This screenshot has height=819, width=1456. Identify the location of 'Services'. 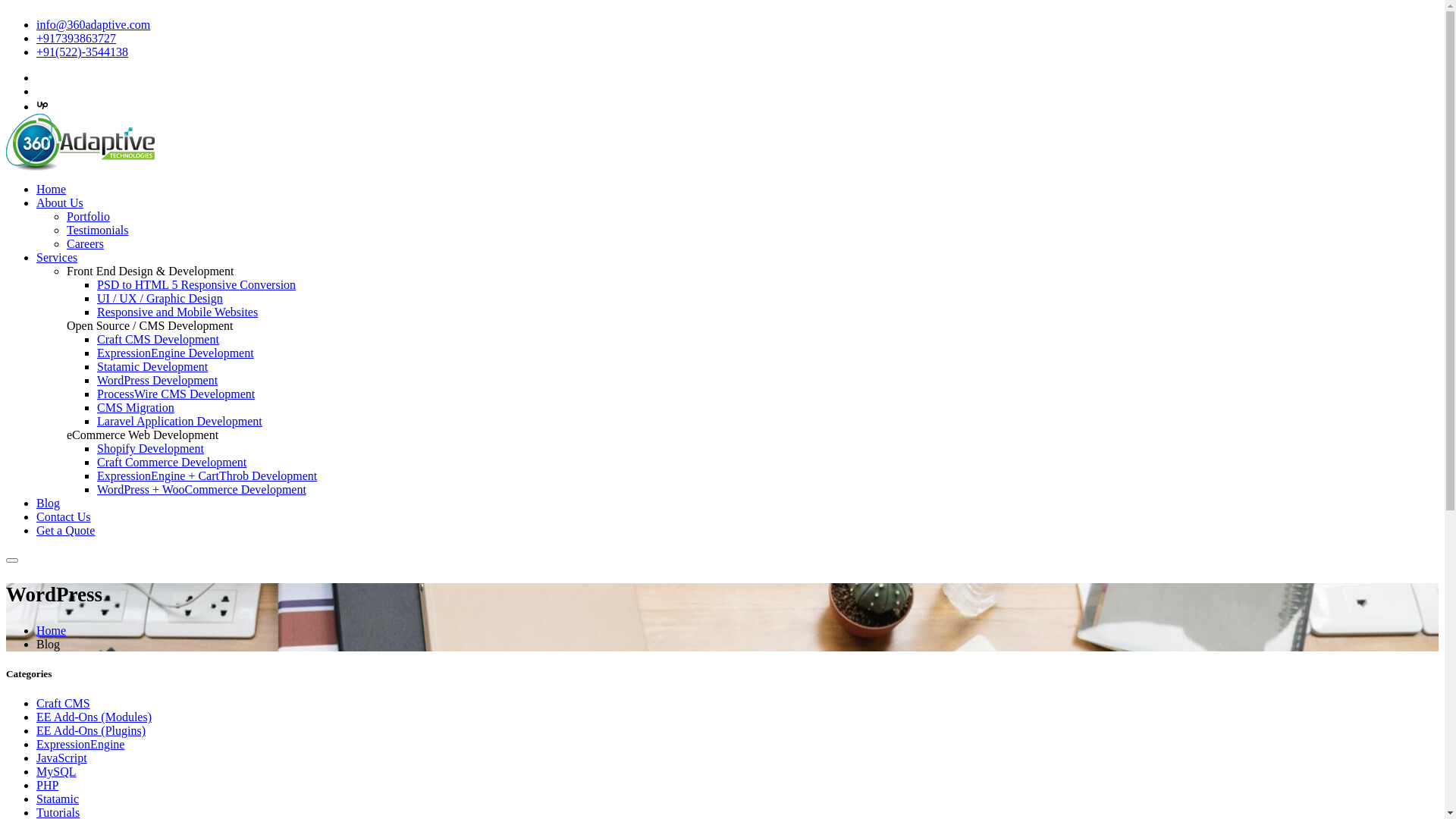
(57, 256).